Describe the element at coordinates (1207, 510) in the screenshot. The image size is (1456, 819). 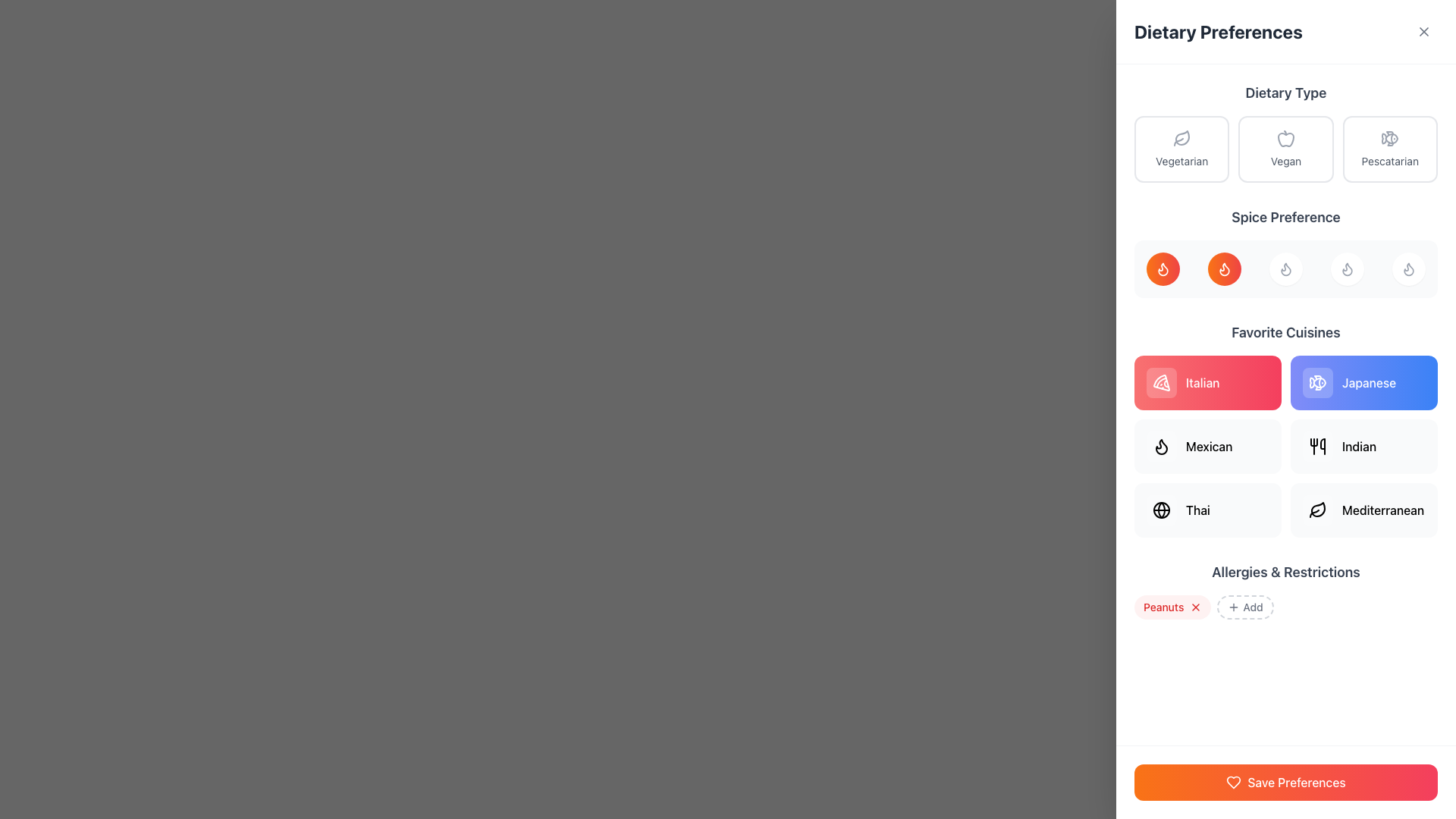
I see `the selectable button for 'Thai' cuisine in the 'Favorite Cuisines' section` at that location.